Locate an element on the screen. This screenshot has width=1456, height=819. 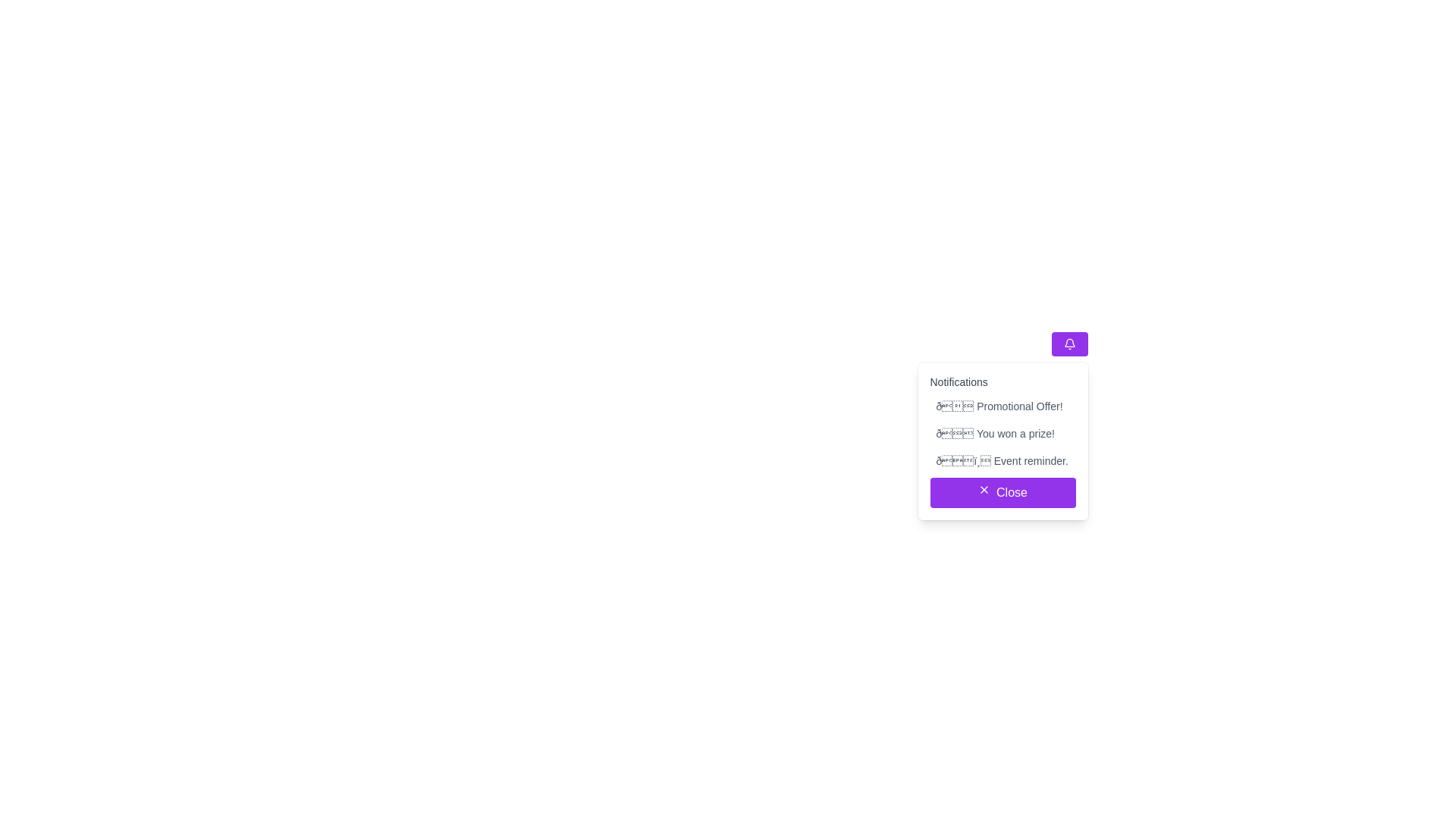
the decorative 'X' icon located within the bottom purple button labeled 'Close' on the notification card is located at coordinates (984, 489).